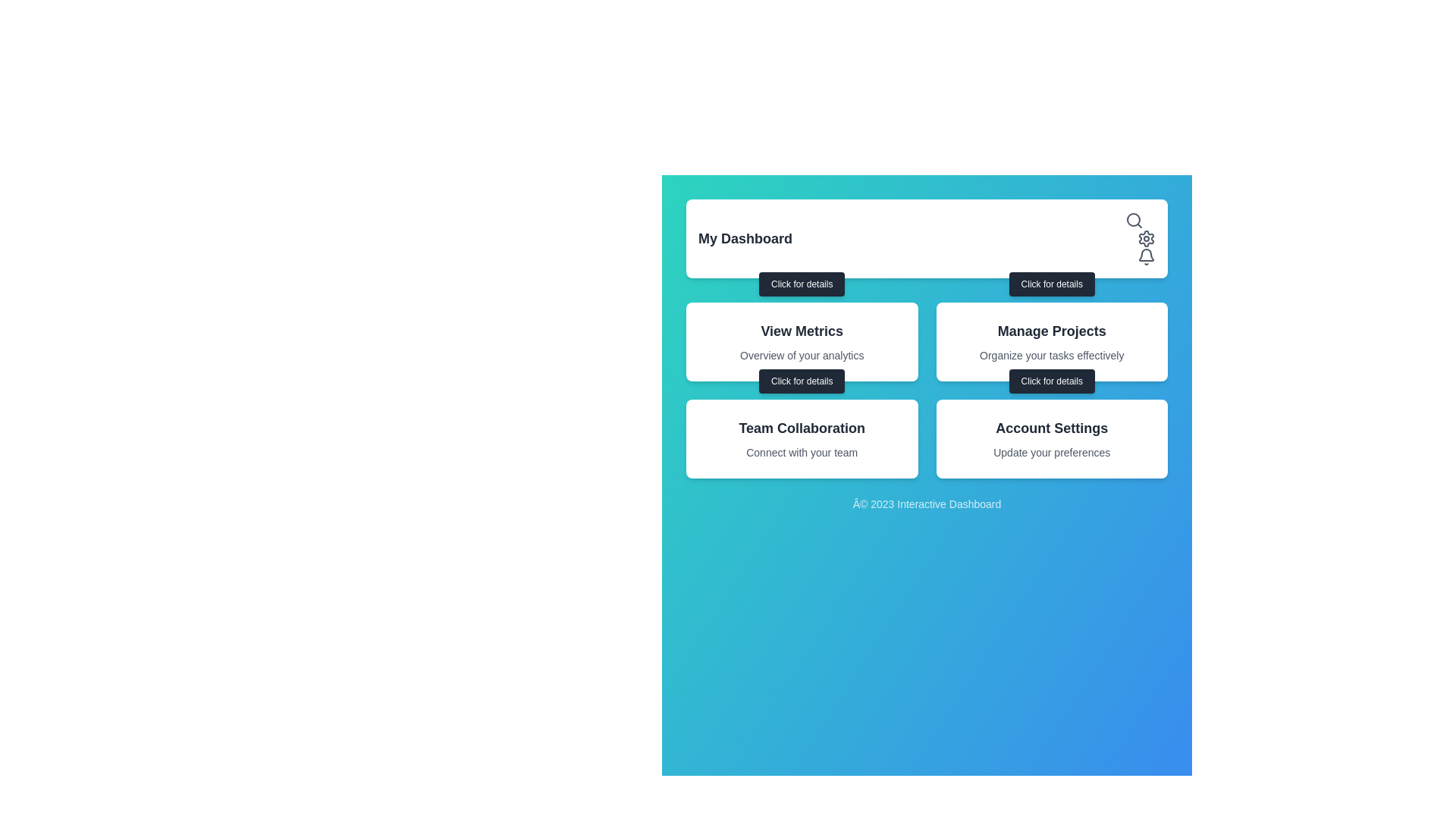 The image size is (1456, 819). I want to click on the small gray cogwheel icon in the upper right corner of the interface, so click(1147, 239).